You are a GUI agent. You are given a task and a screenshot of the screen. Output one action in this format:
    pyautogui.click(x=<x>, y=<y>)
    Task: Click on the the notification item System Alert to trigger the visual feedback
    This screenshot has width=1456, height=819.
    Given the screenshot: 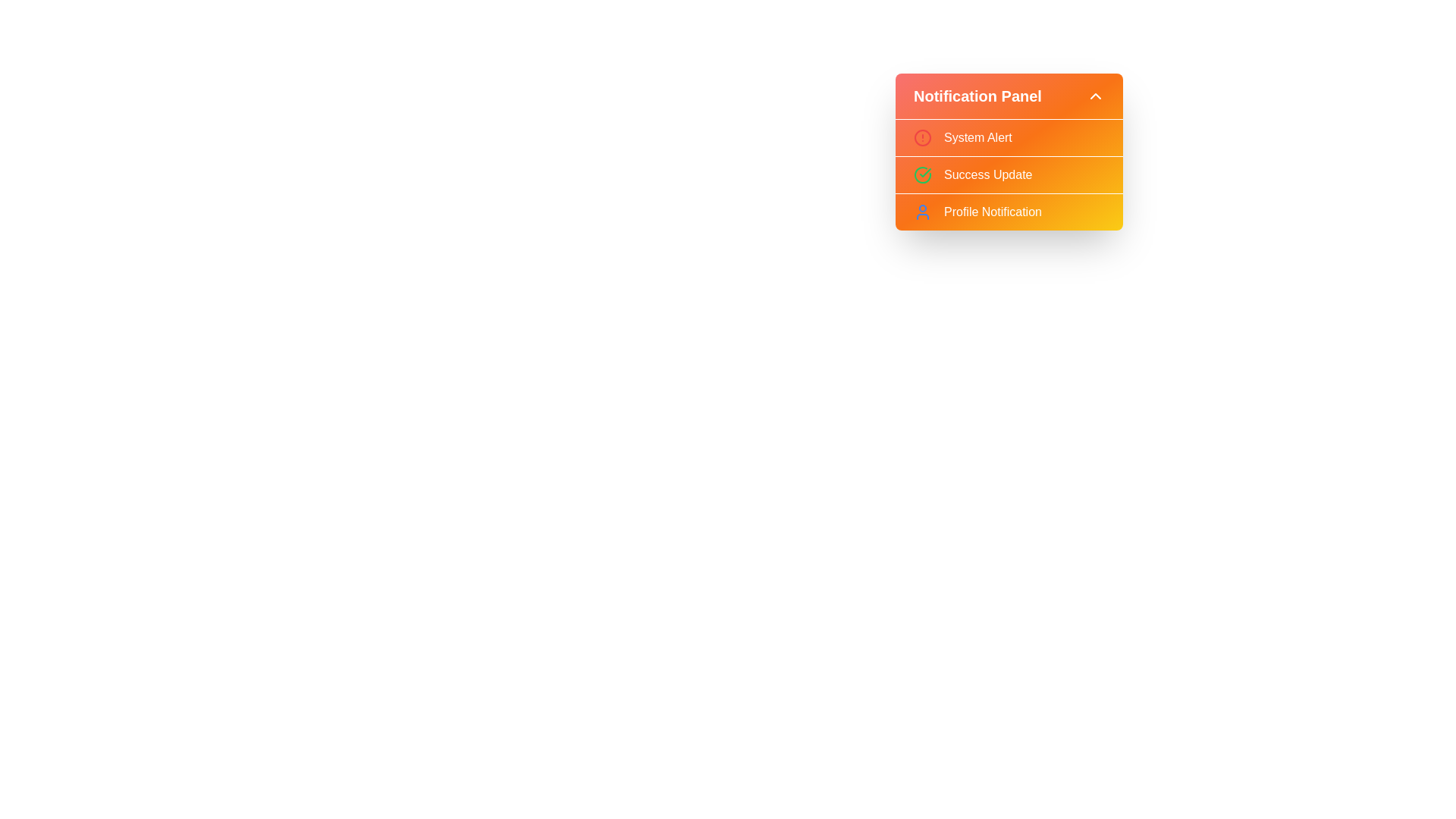 What is the action you would take?
    pyautogui.click(x=1009, y=137)
    